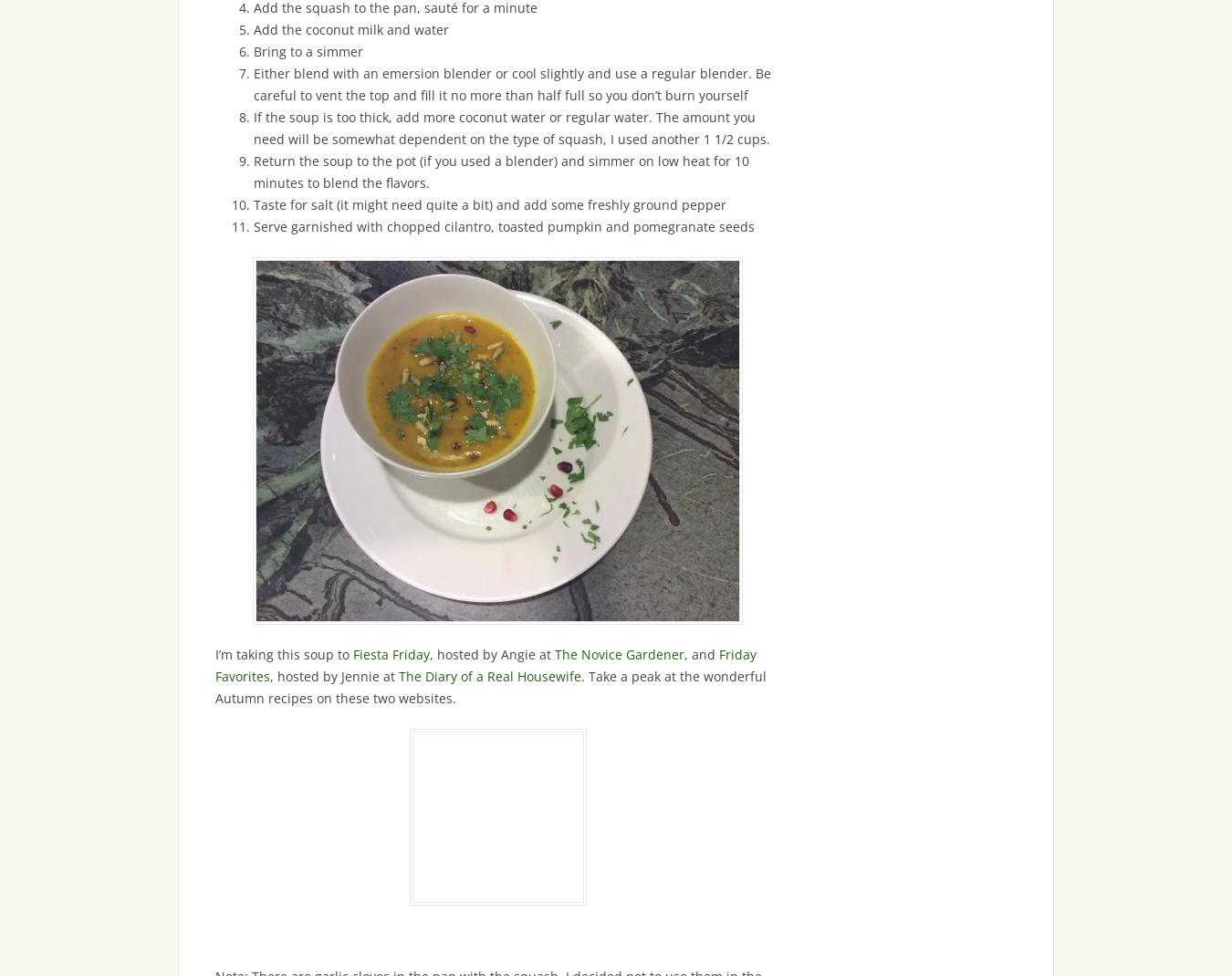 This screenshot has width=1232, height=976. I want to click on 'Bring to a simmer', so click(252, 50).